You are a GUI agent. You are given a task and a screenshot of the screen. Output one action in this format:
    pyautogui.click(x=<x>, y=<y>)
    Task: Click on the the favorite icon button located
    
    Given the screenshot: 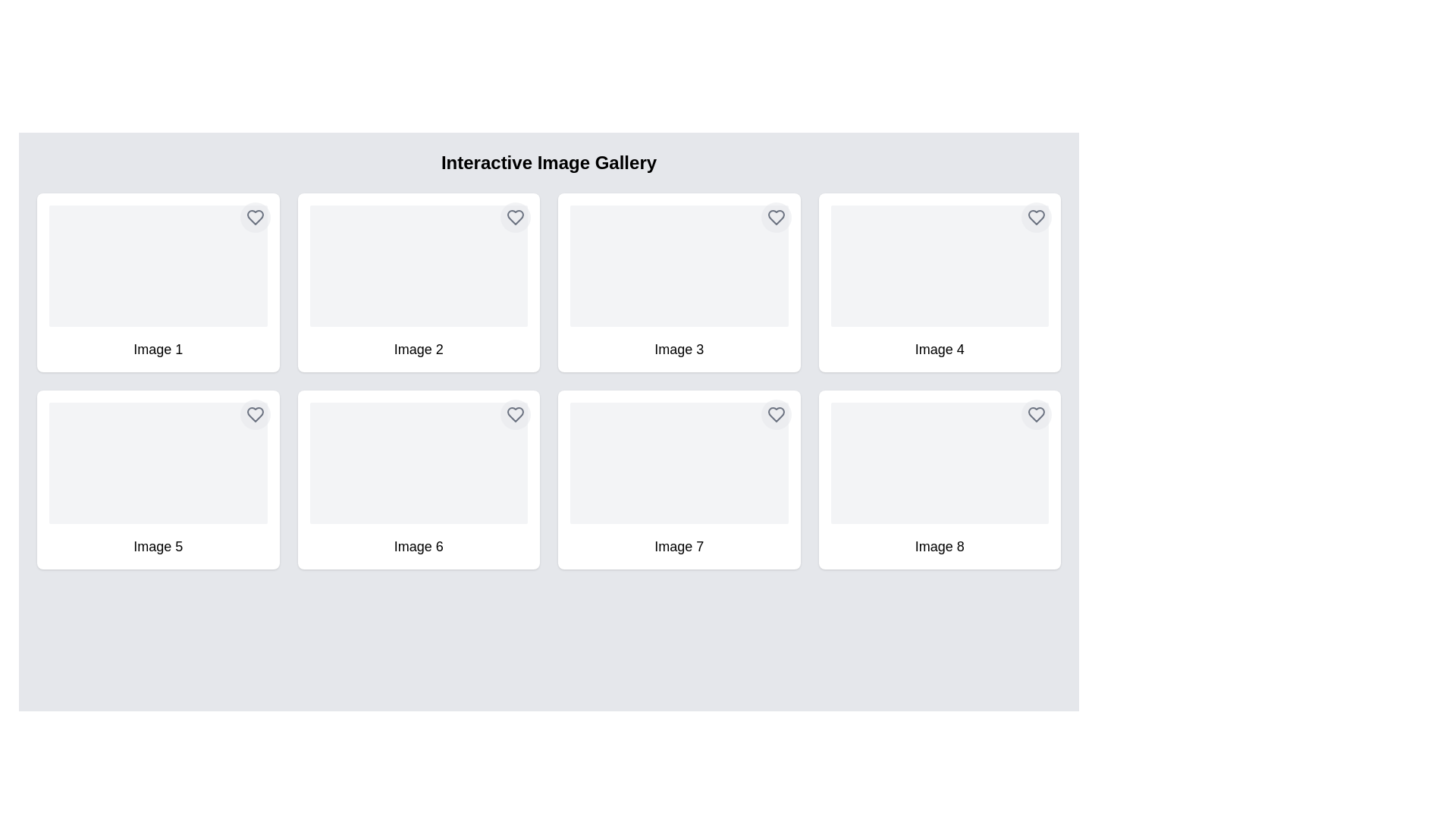 What is the action you would take?
    pyautogui.click(x=776, y=217)
    